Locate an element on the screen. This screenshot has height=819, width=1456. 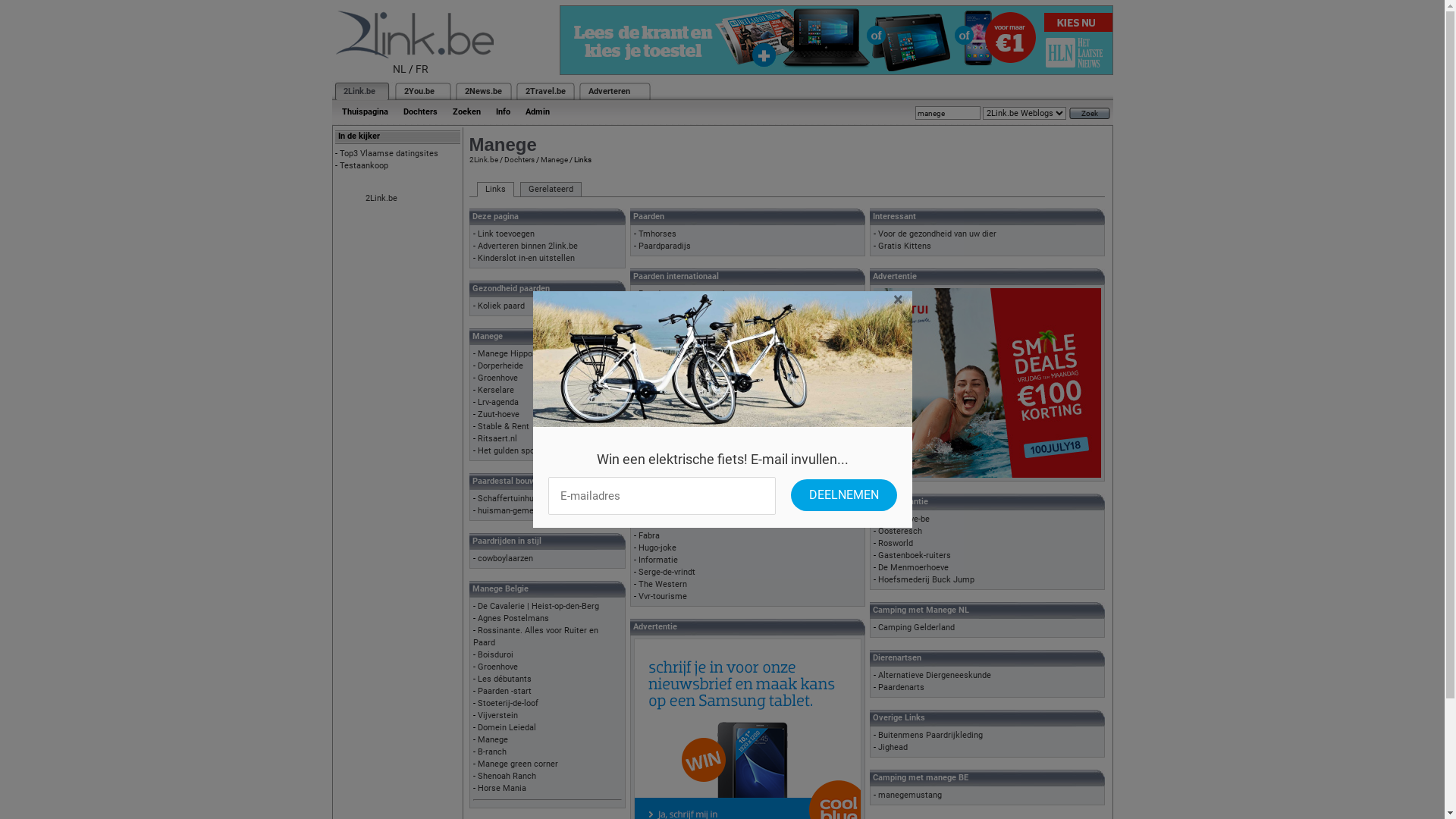
'Gratis Kittens' is located at coordinates (905, 245).